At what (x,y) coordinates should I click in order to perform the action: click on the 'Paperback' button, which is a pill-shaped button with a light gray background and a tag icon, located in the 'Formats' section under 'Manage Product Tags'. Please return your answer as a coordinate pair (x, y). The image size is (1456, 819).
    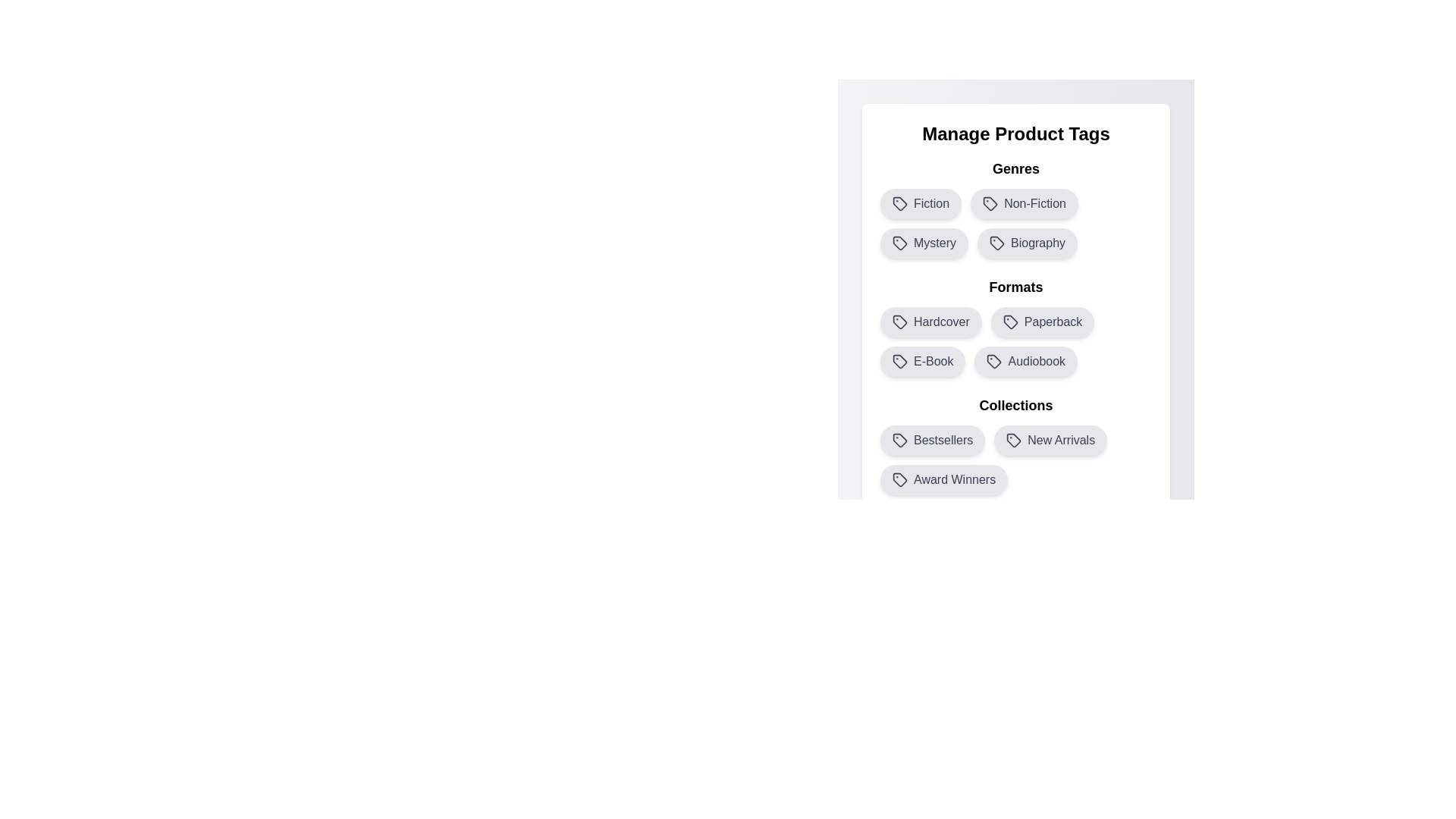
    Looking at the image, I should click on (1042, 321).